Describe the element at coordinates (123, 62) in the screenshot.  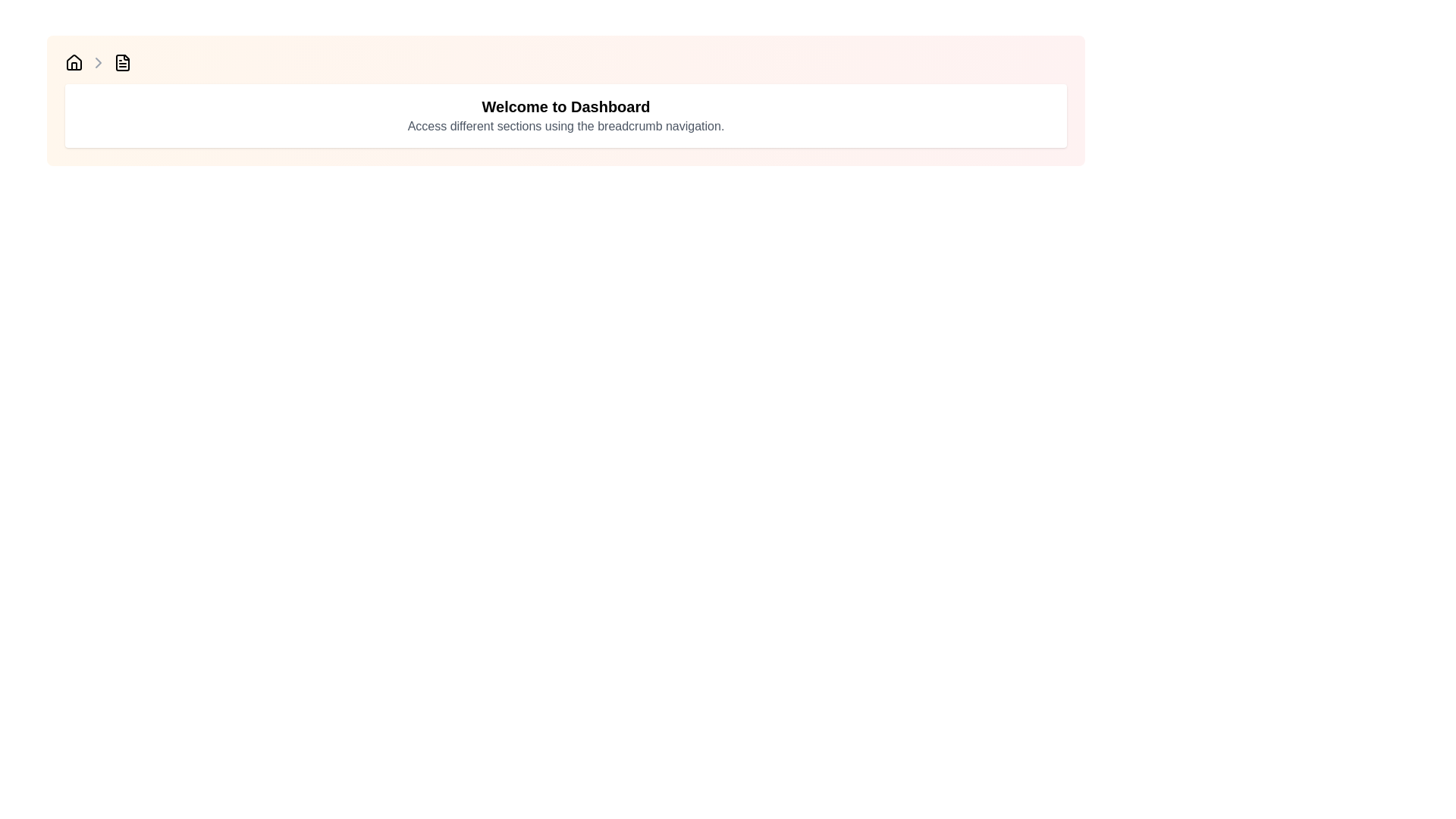
I see `the sheet of paper icon with a folded corner located in the upper left section of the interface, directly to the right of the home icon in the breadcrumb navigation bar` at that location.